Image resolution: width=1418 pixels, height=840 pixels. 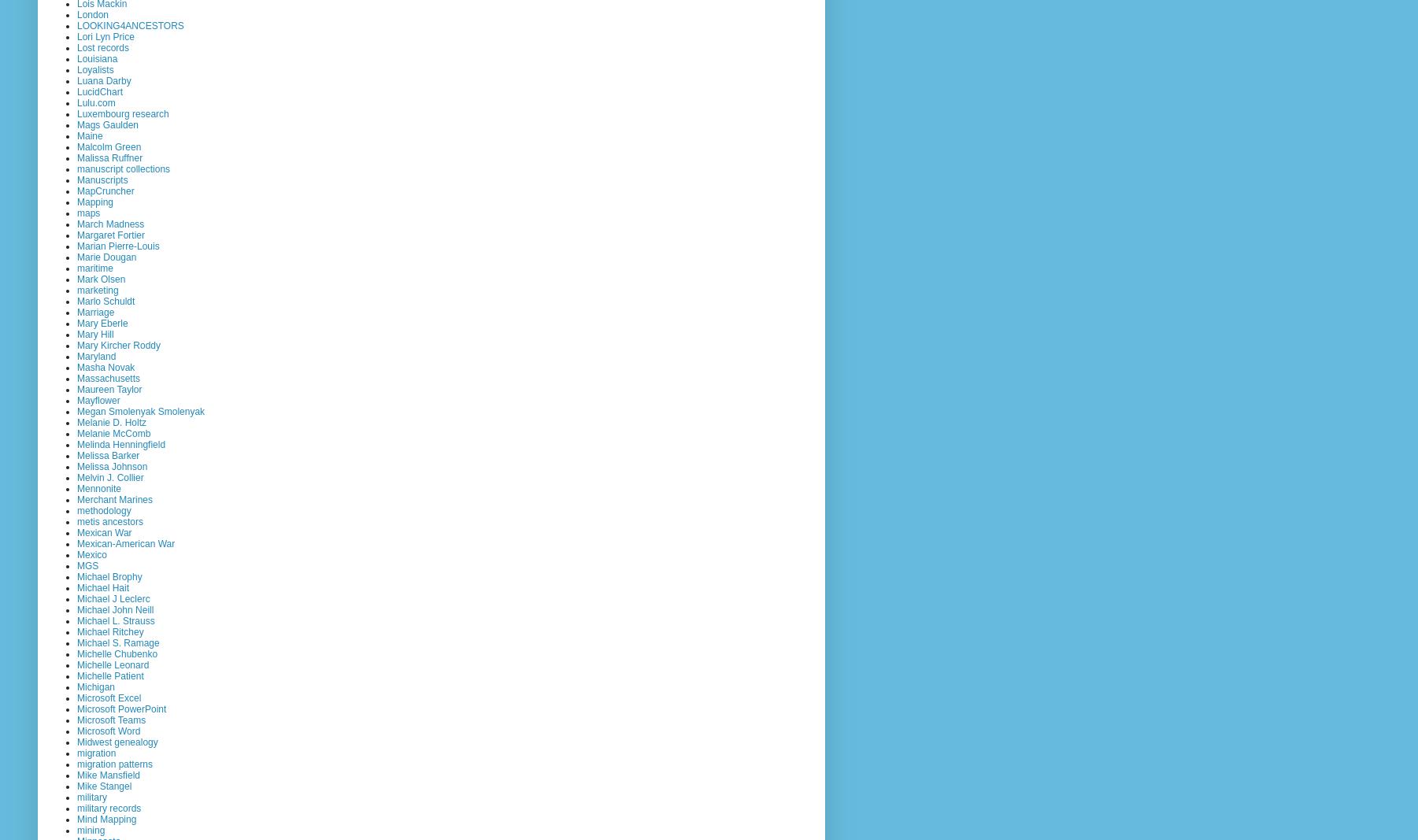 I want to click on 'MGS', so click(x=76, y=564).